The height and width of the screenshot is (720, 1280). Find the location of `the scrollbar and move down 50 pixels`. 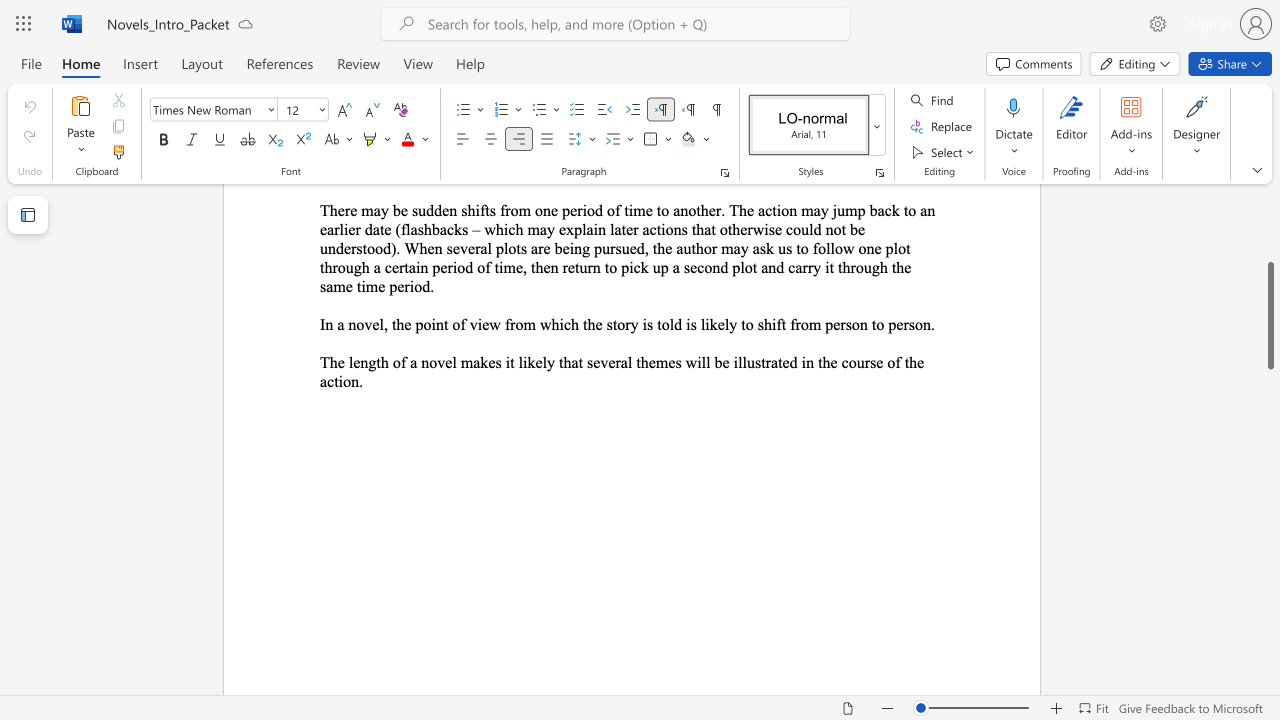

the scrollbar and move down 50 pixels is located at coordinates (1269, 324).